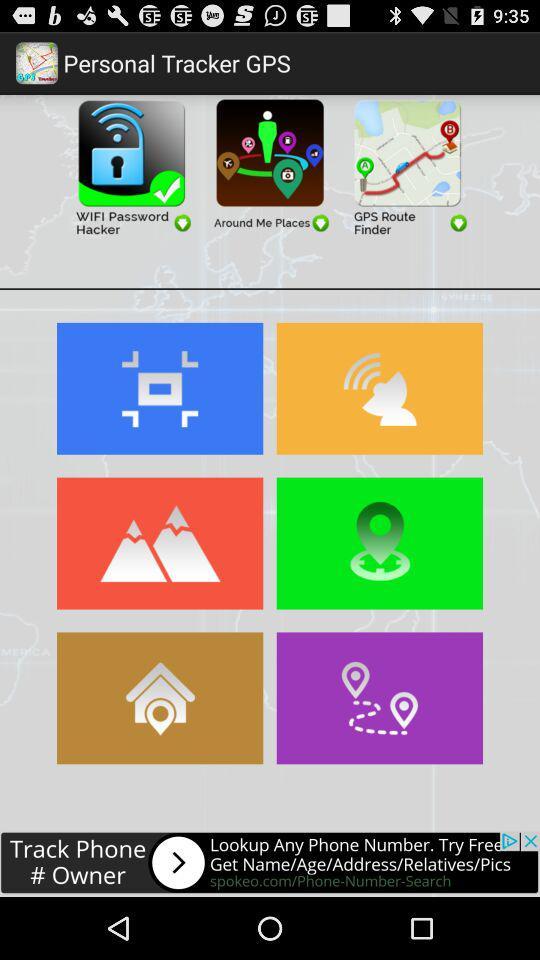  I want to click on location, so click(379, 543).